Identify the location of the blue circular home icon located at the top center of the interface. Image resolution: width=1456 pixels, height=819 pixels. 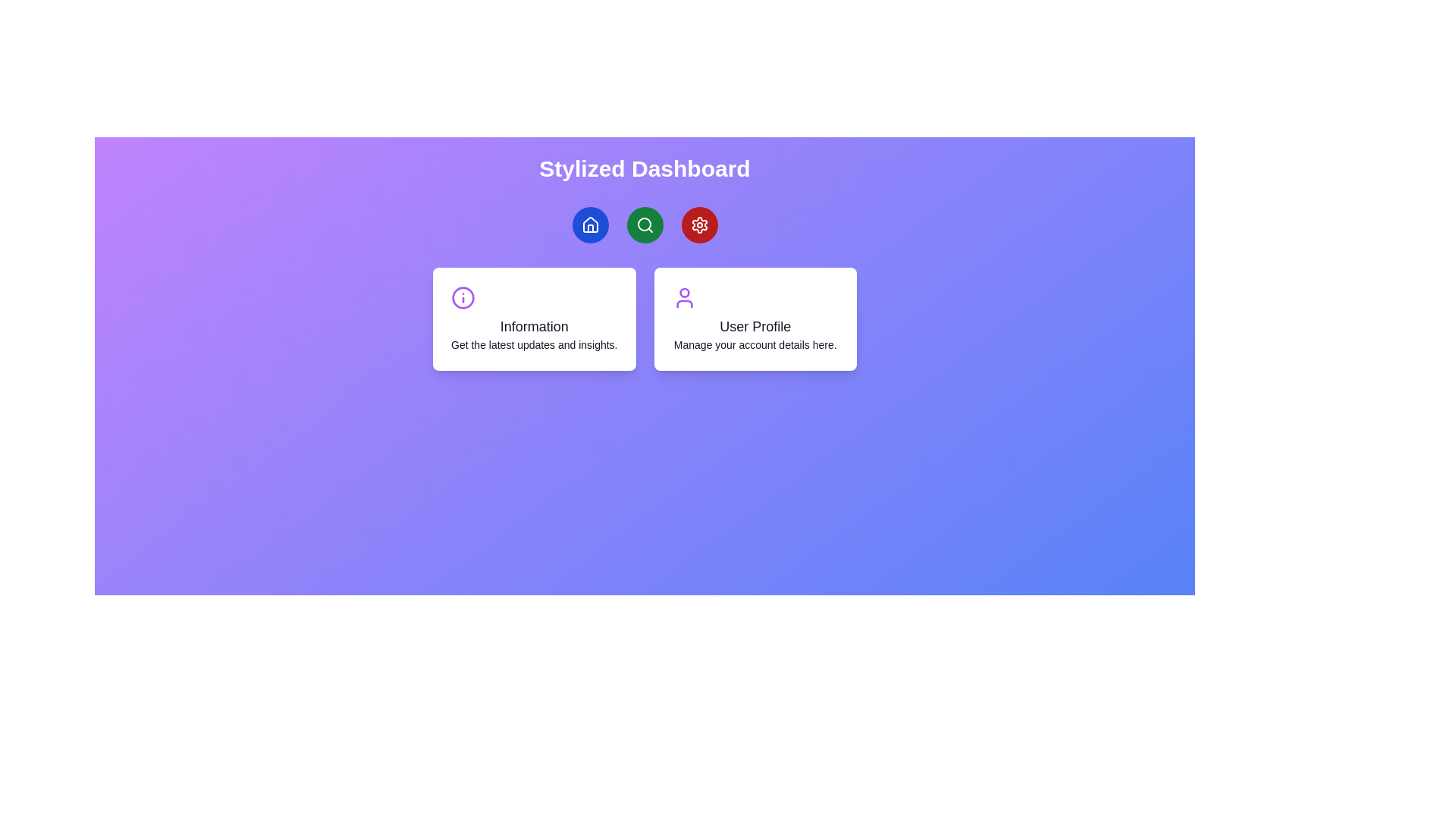
(589, 224).